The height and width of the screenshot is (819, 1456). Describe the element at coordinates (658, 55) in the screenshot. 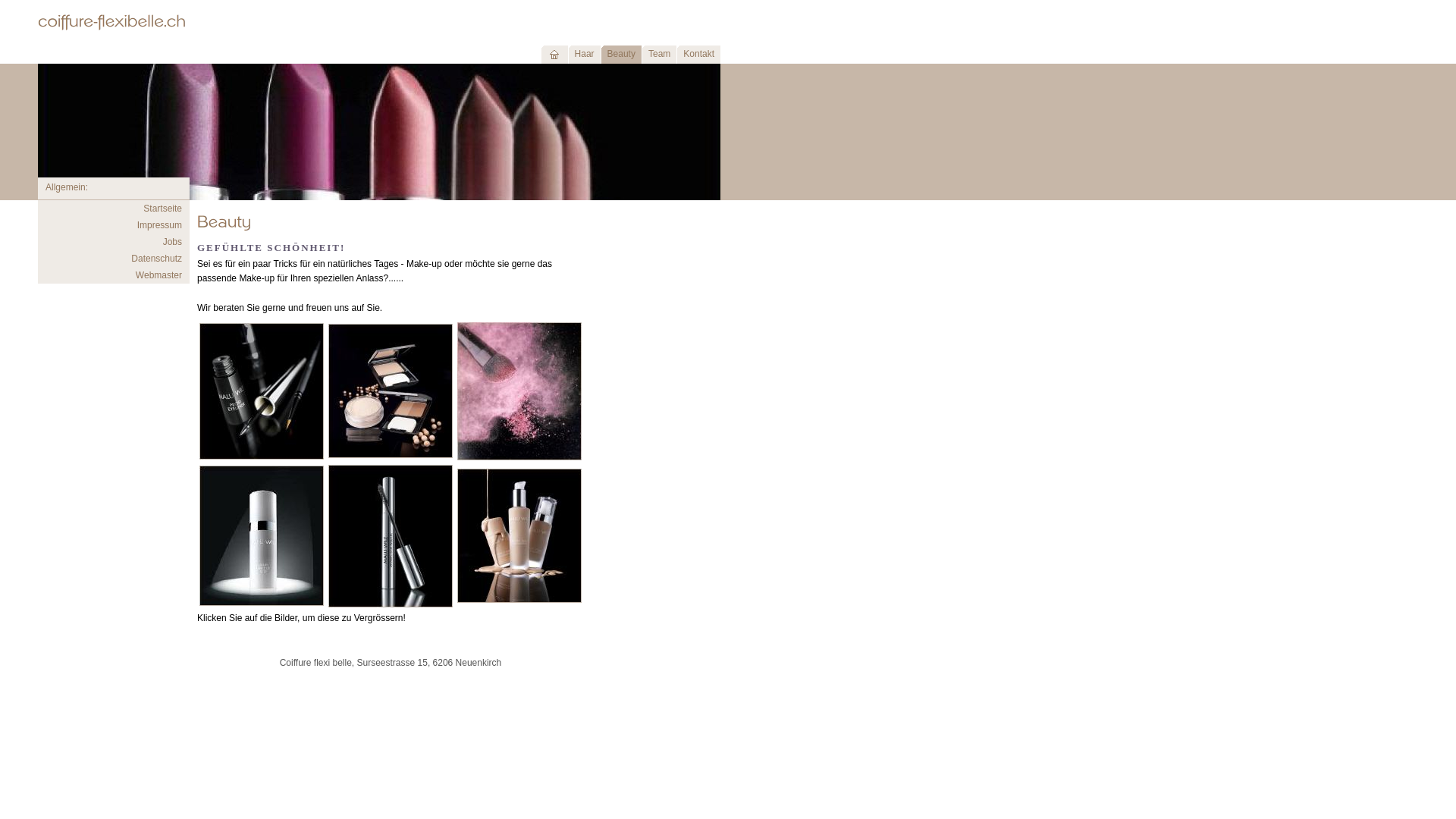

I see `'Team'` at that location.